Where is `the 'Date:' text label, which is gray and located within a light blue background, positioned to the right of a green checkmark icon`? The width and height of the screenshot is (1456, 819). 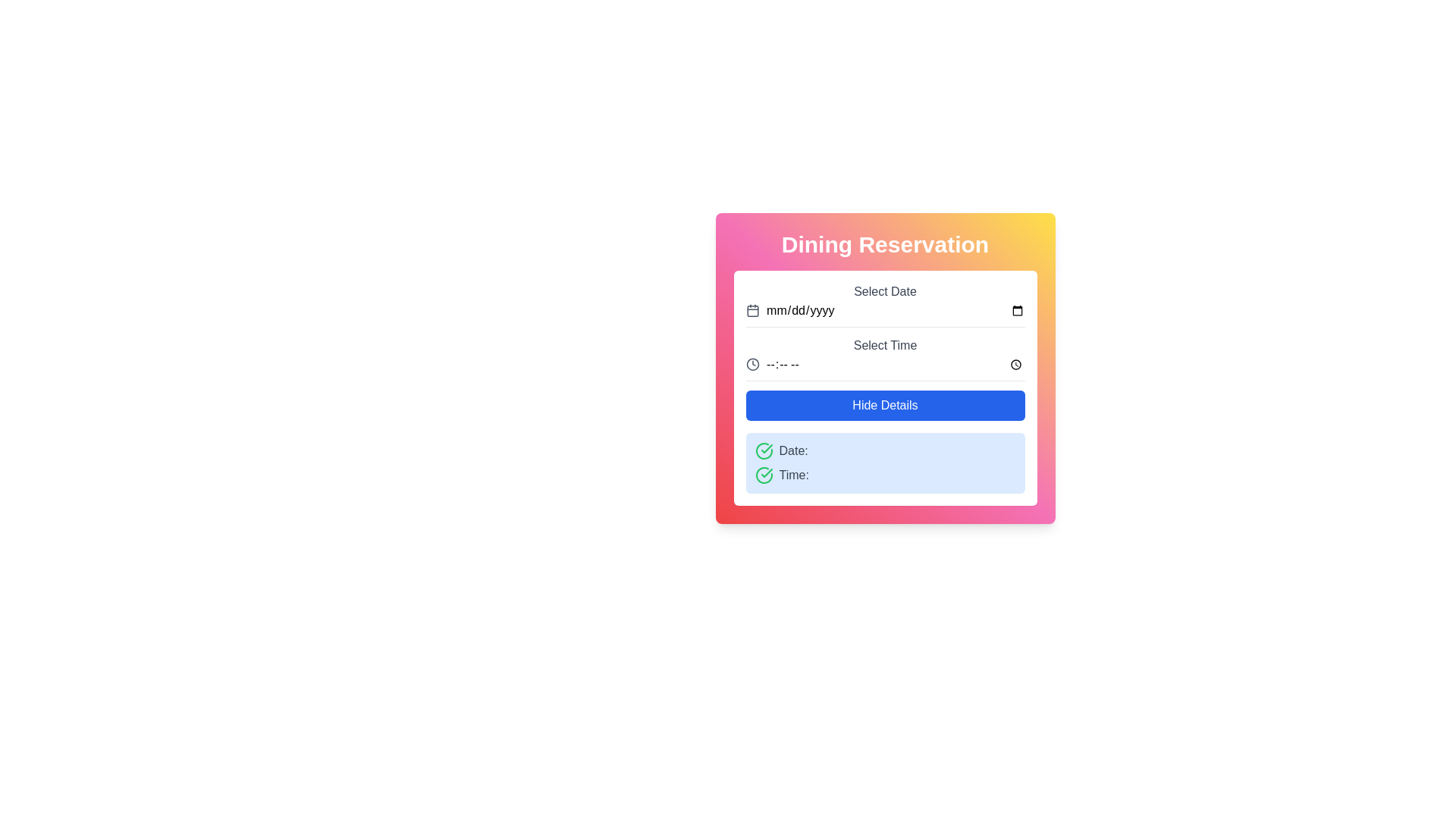 the 'Date:' text label, which is gray and located within a light blue background, positioned to the right of a green checkmark icon is located at coordinates (792, 450).